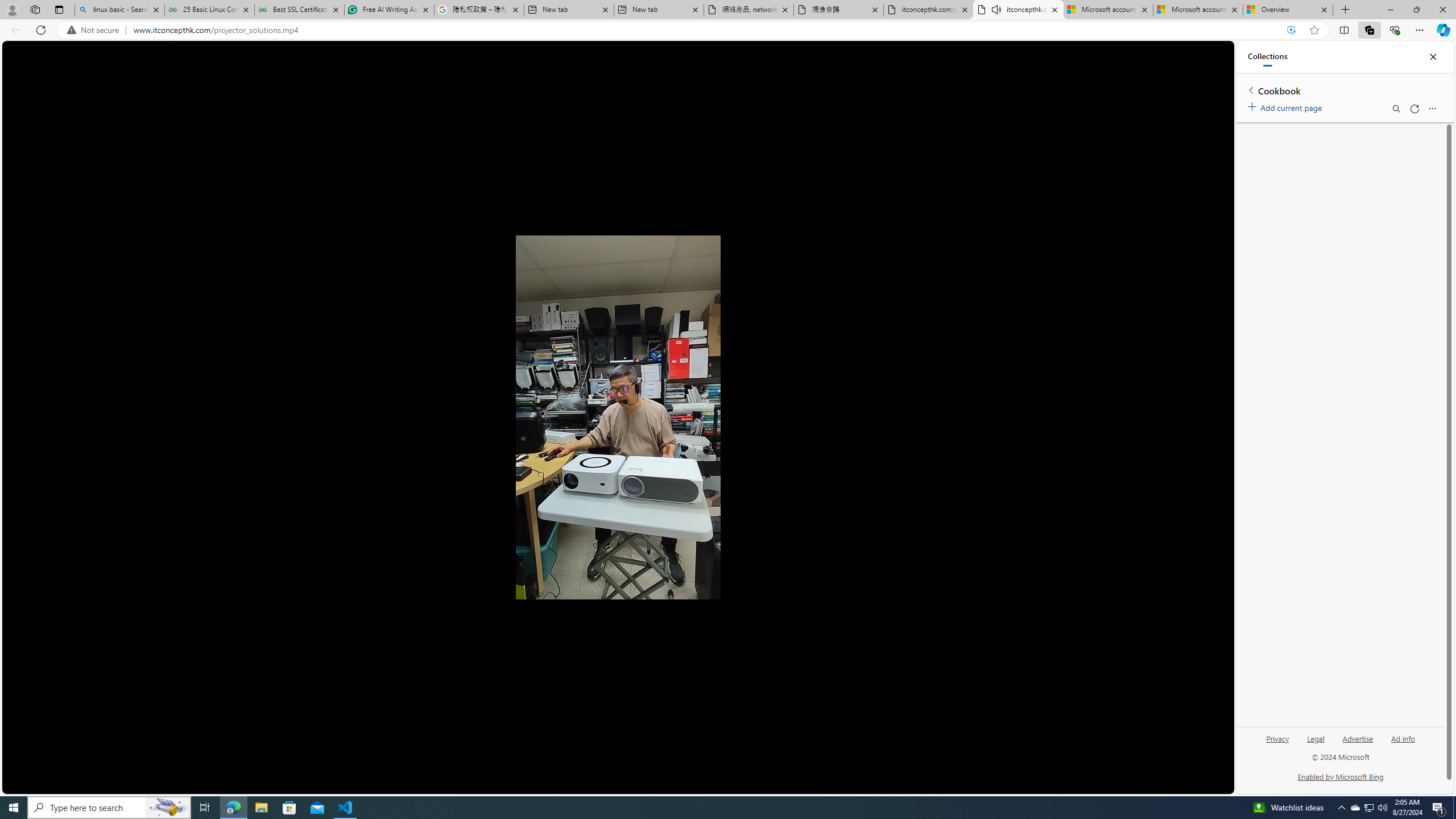 The height and width of the screenshot is (819, 1456). What do you see at coordinates (1433, 109) in the screenshot?
I see `'More options menu'` at bounding box center [1433, 109].